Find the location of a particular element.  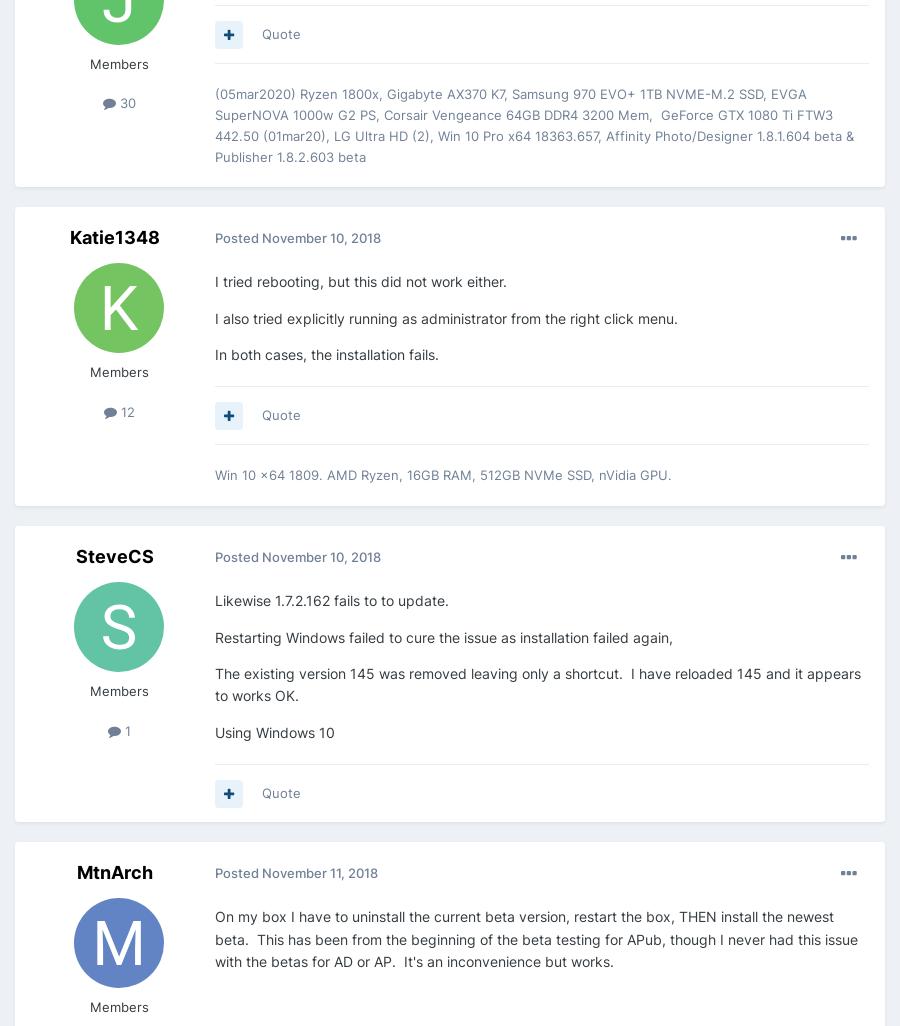

'12' is located at coordinates (125, 412).